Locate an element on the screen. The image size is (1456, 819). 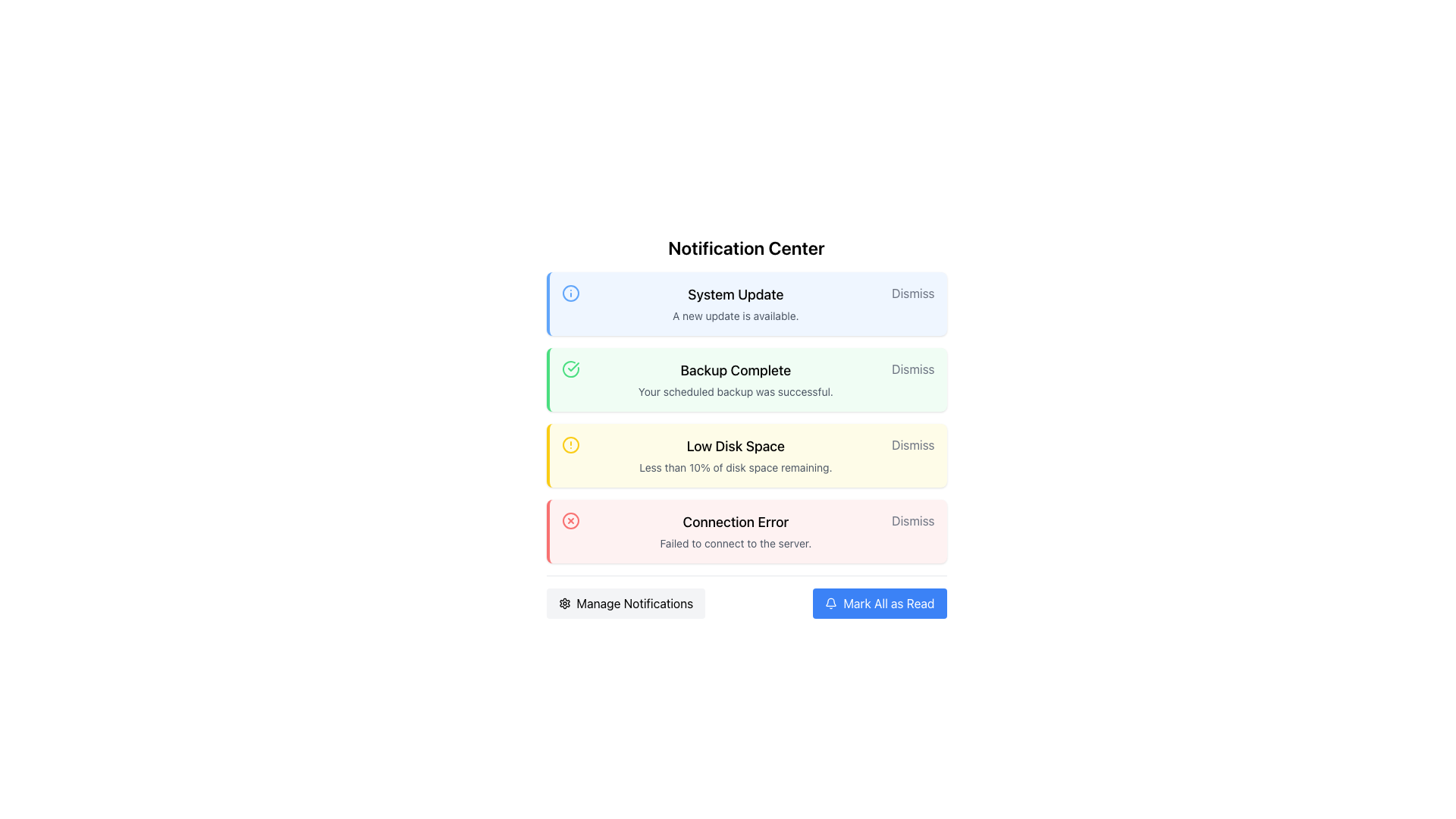
the cogwheel icon located to the left of the 'Manage Notifications' button at the bottom left of the notification interface is located at coordinates (563, 602).